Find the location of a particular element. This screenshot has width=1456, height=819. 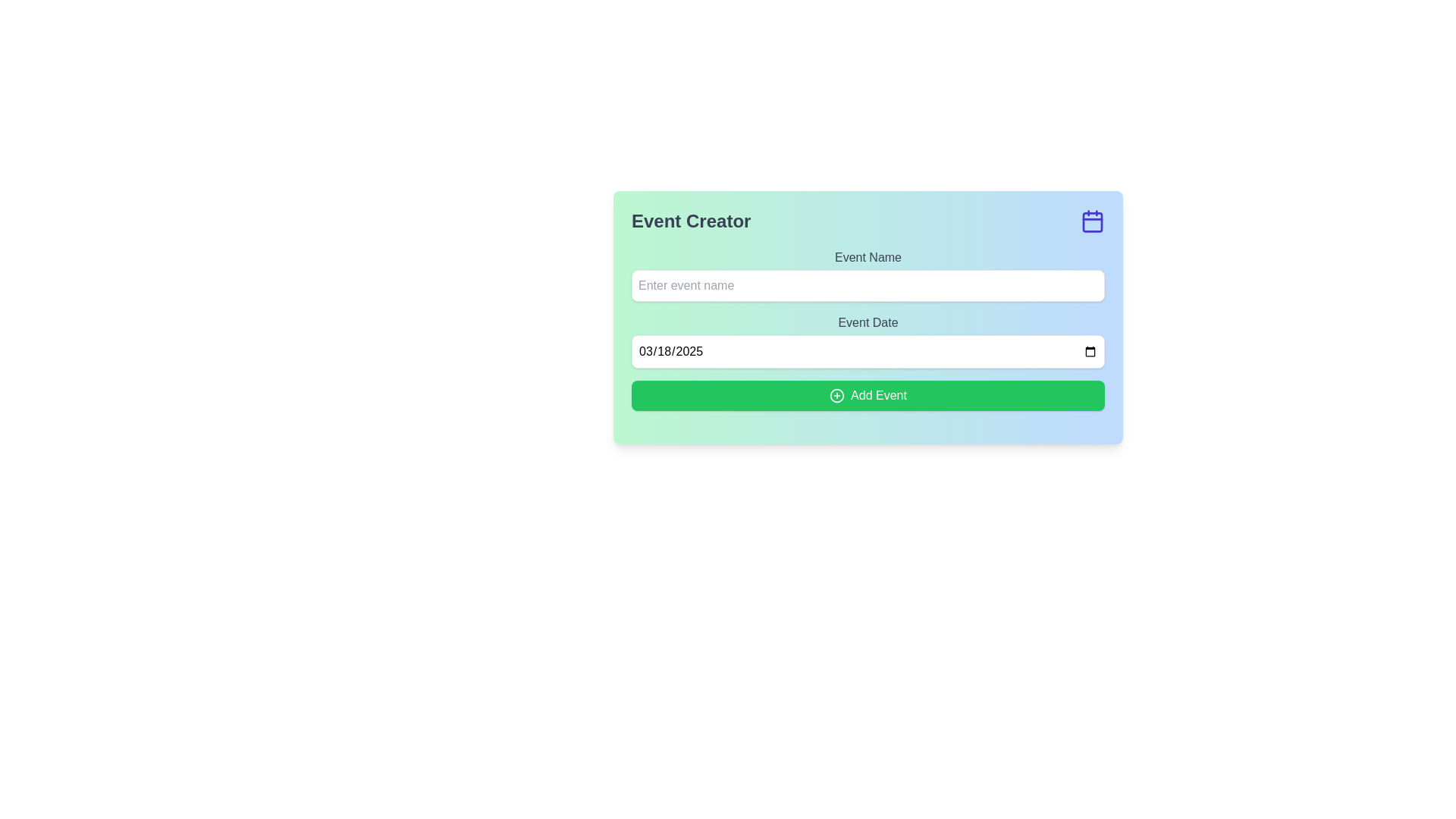

the calendar SVG icon located in the top-right corner of the 'Event Creator' section, which is indigo with a rounded design is located at coordinates (1092, 221).